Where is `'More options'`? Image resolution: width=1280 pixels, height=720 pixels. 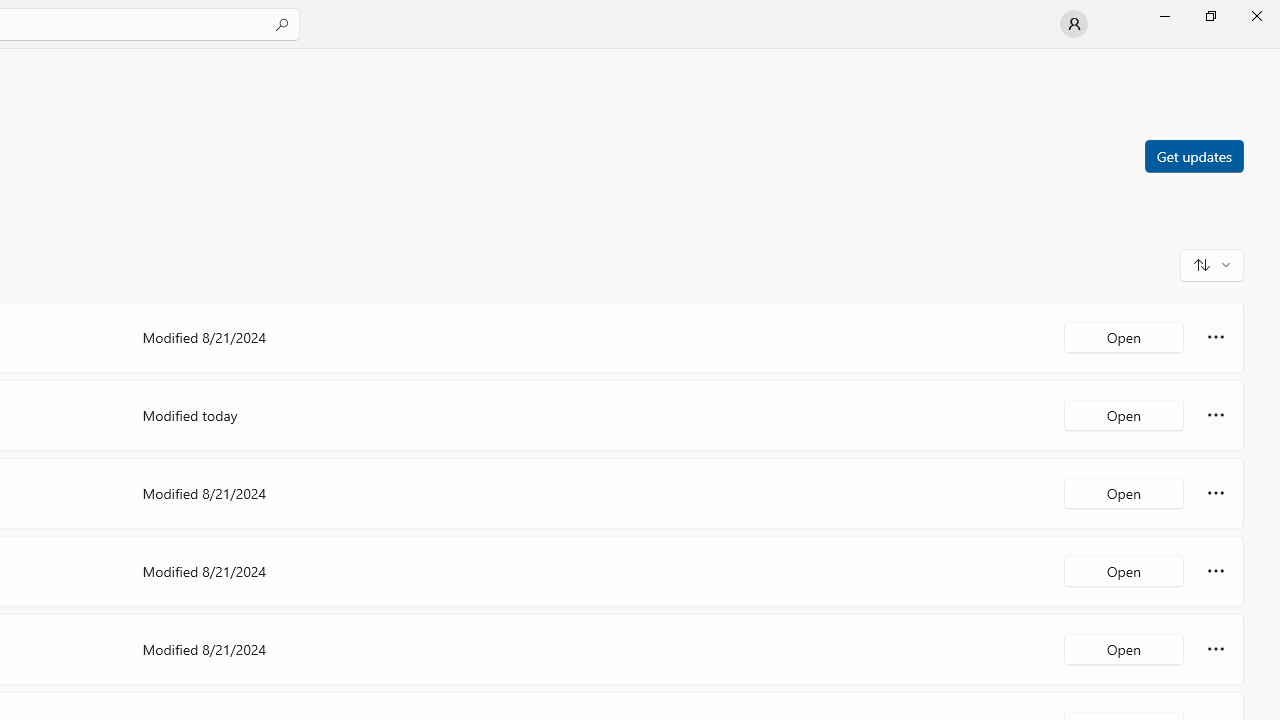 'More options' is located at coordinates (1215, 649).